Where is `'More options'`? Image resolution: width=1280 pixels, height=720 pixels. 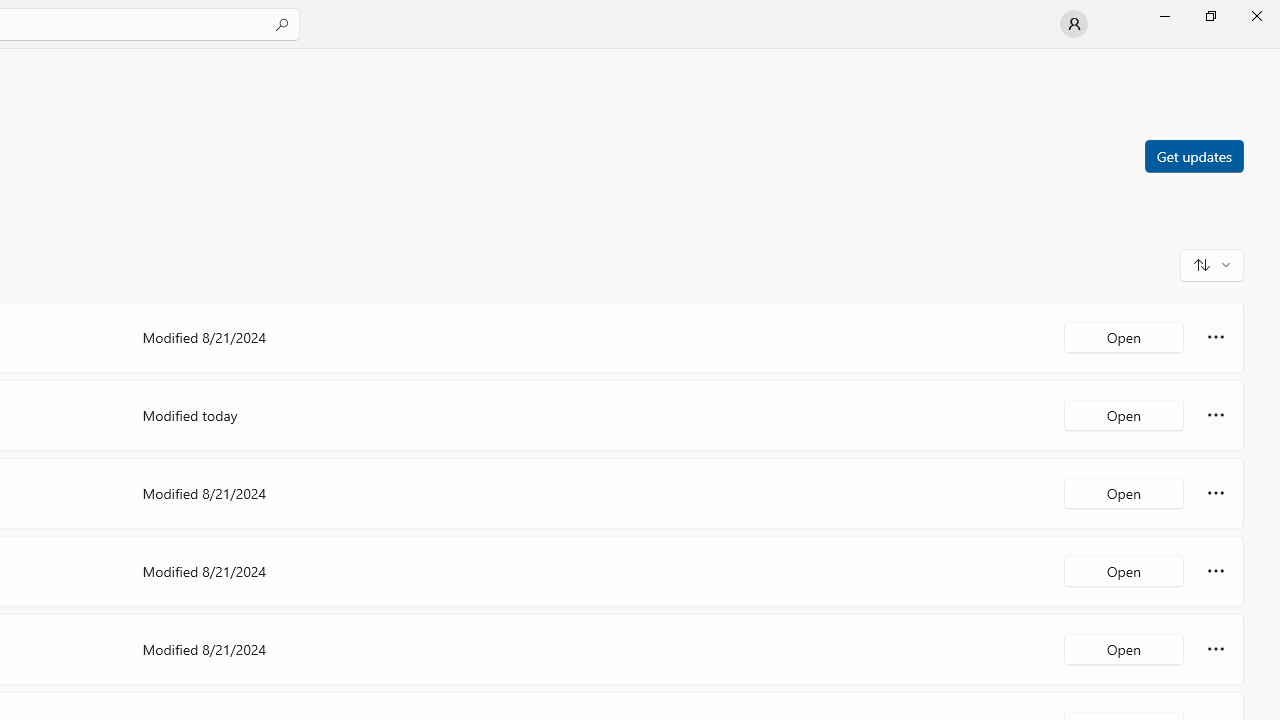 'More options' is located at coordinates (1215, 649).